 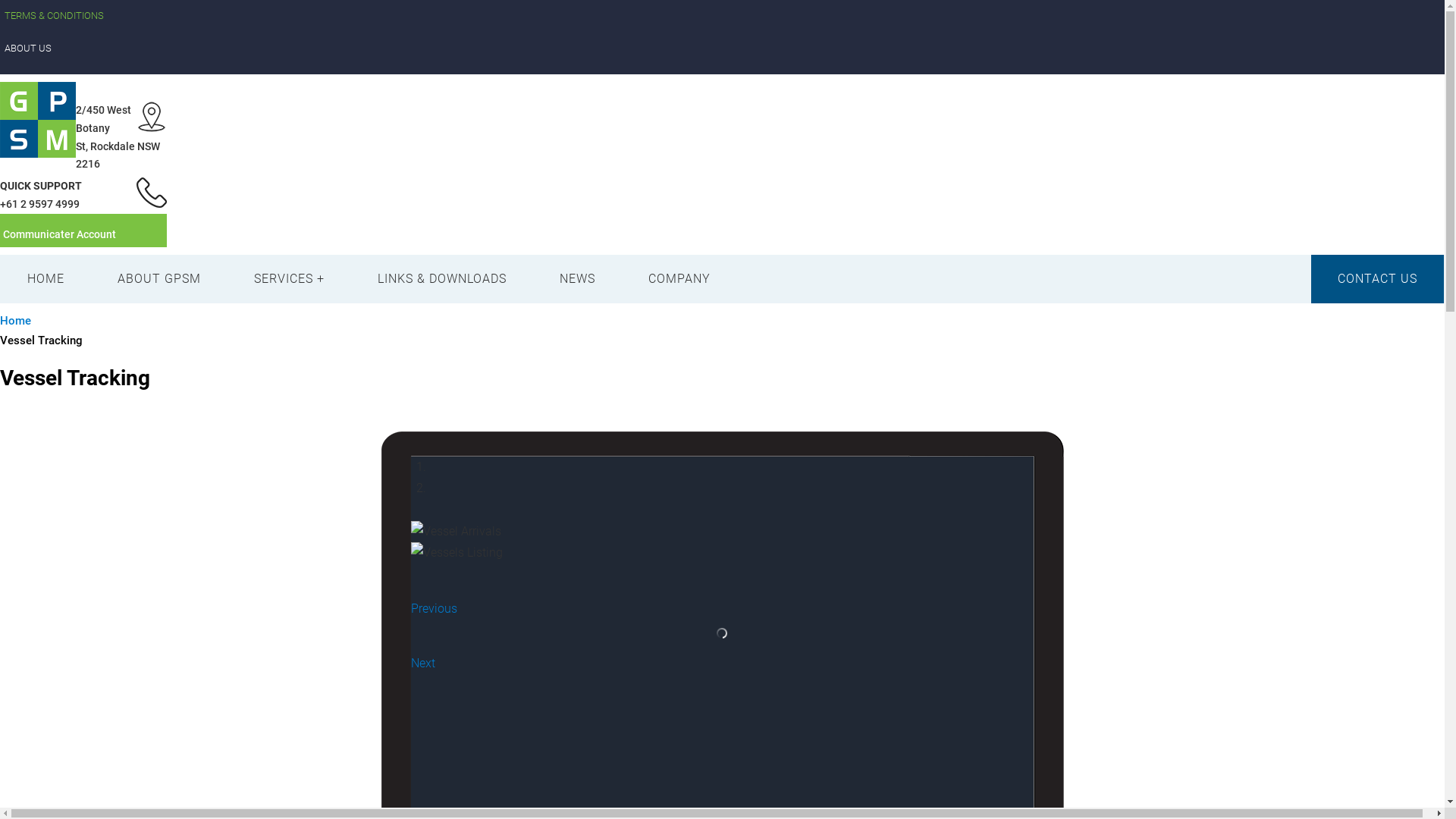 What do you see at coordinates (39, 203) in the screenshot?
I see `'+61 2 9597 4999'` at bounding box center [39, 203].